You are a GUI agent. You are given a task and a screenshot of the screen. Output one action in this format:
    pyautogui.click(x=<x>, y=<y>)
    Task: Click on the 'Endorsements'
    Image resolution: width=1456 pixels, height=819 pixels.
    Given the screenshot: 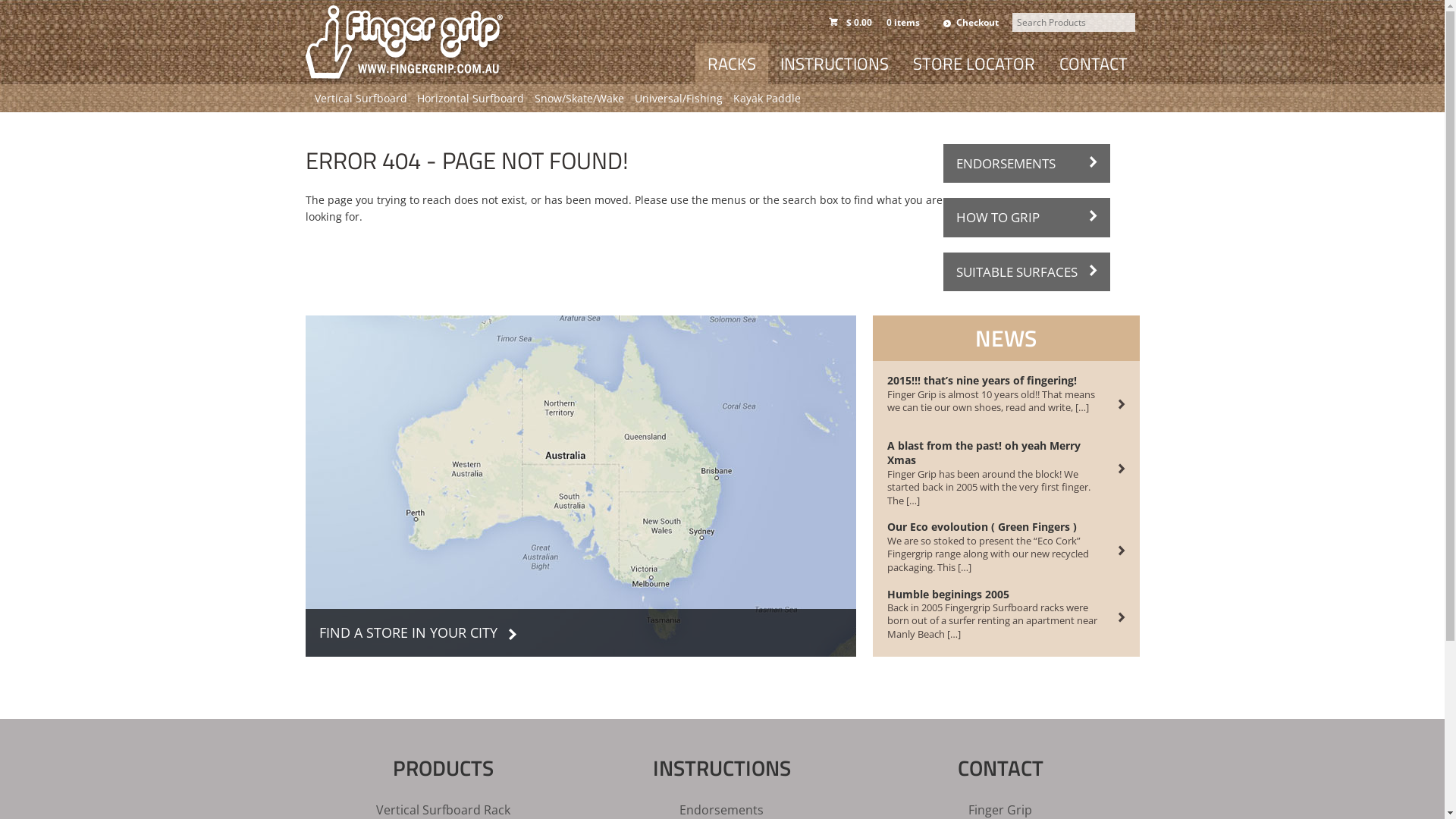 What is the action you would take?
    pyautogui.click(x=720, y=808)
    